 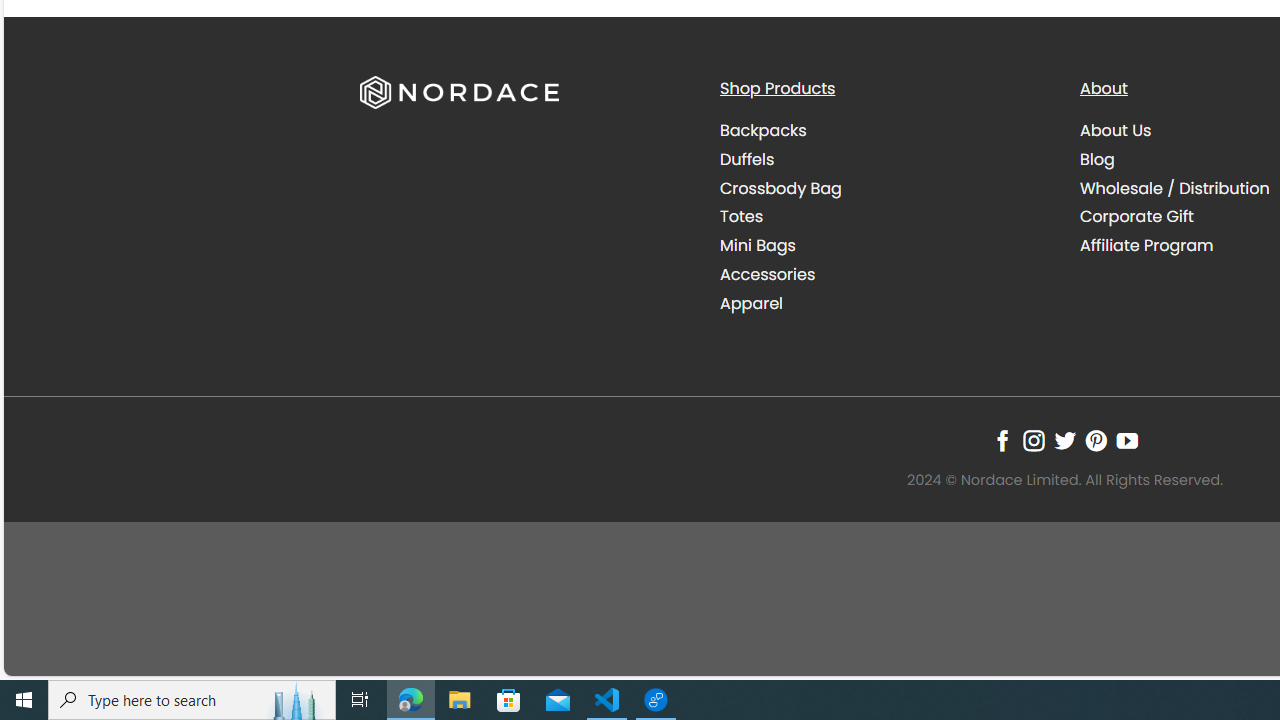 What do you see at coordinates (1033, 440) in the screenshot?
I see `'Follow on Instagram'` at bounding box center [1033, 440].